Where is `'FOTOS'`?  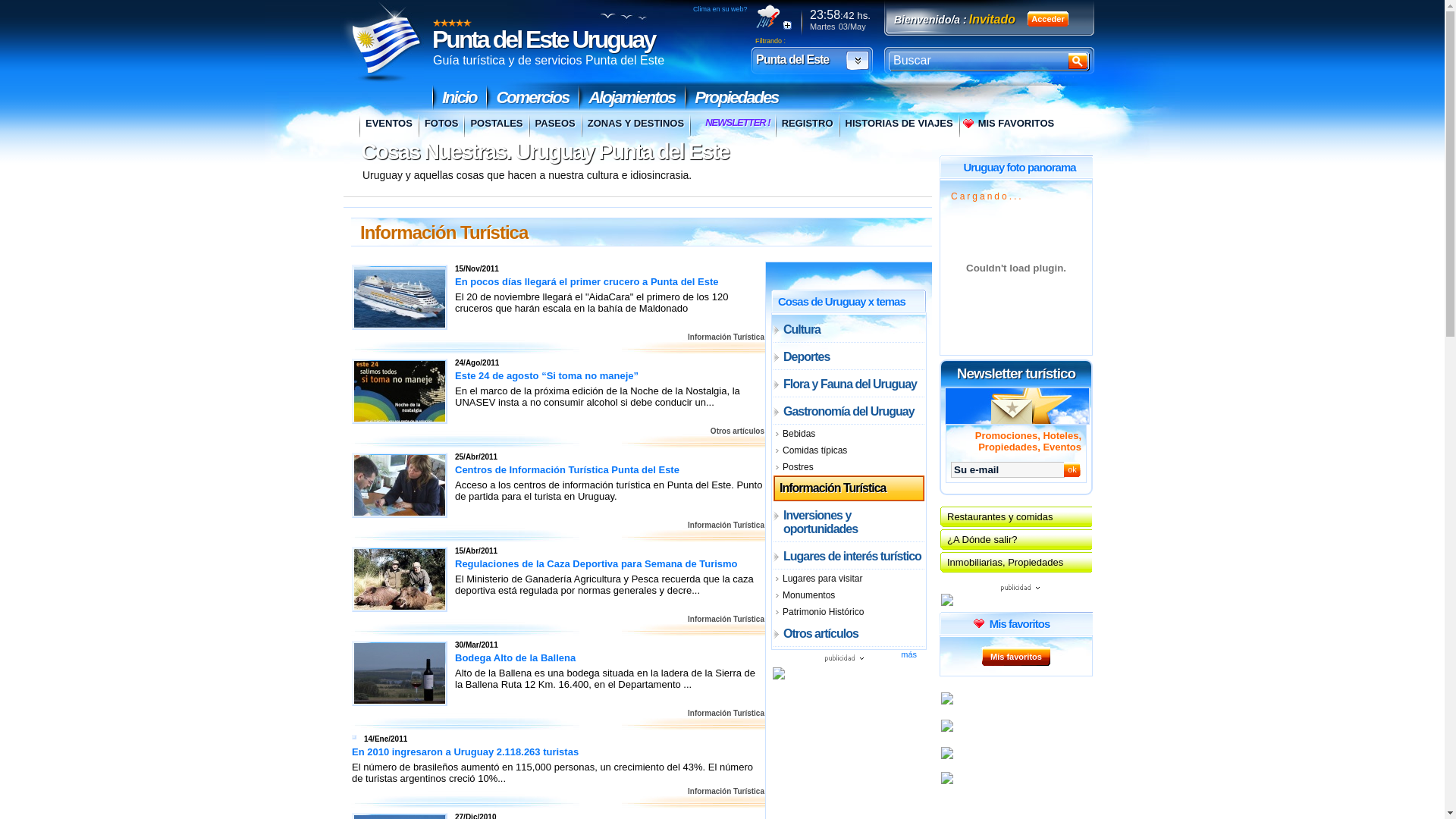
'FOTOS' is located at coordinates (419, 124).